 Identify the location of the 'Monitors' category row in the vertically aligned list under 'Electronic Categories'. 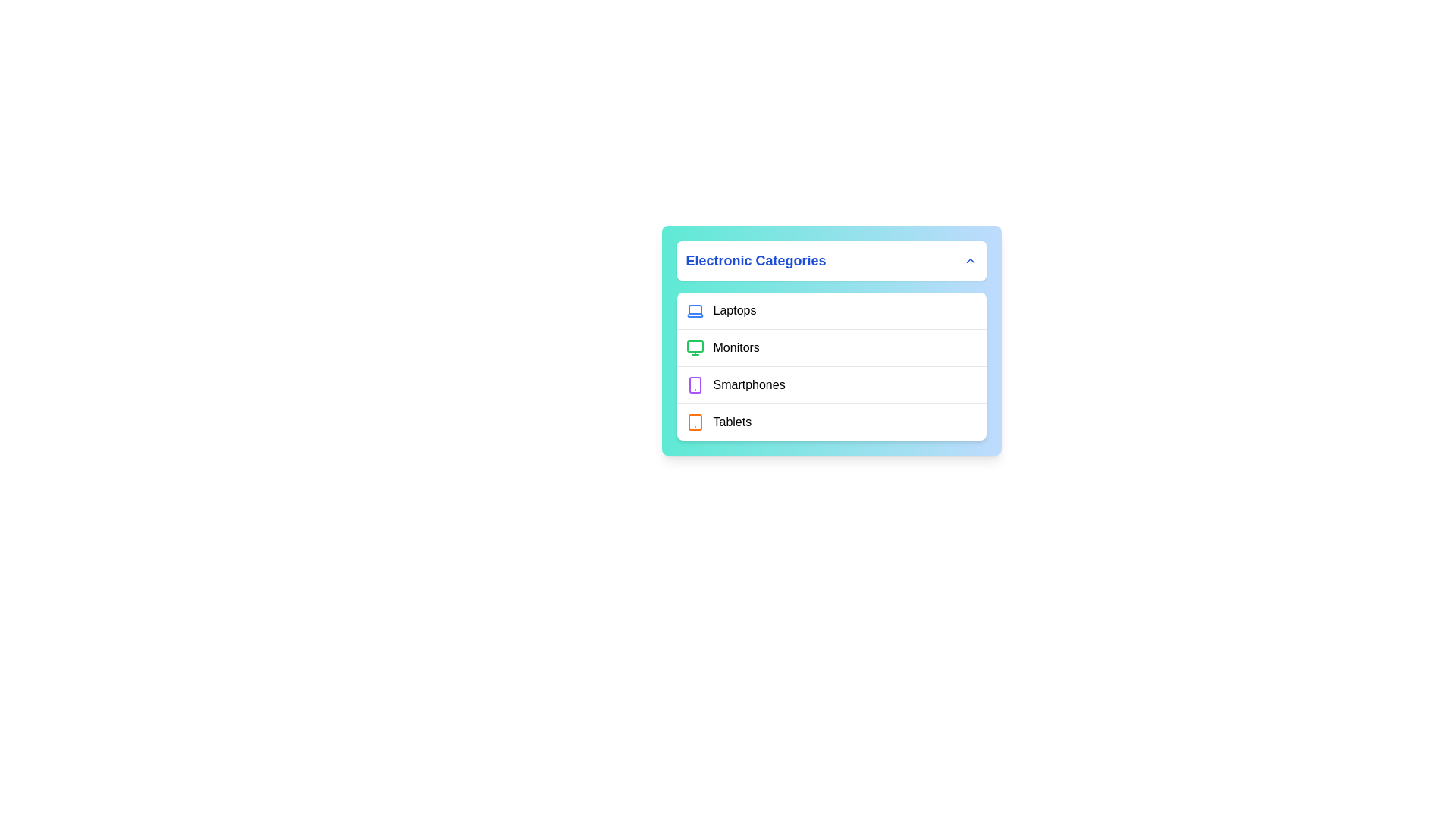
(830, 340).